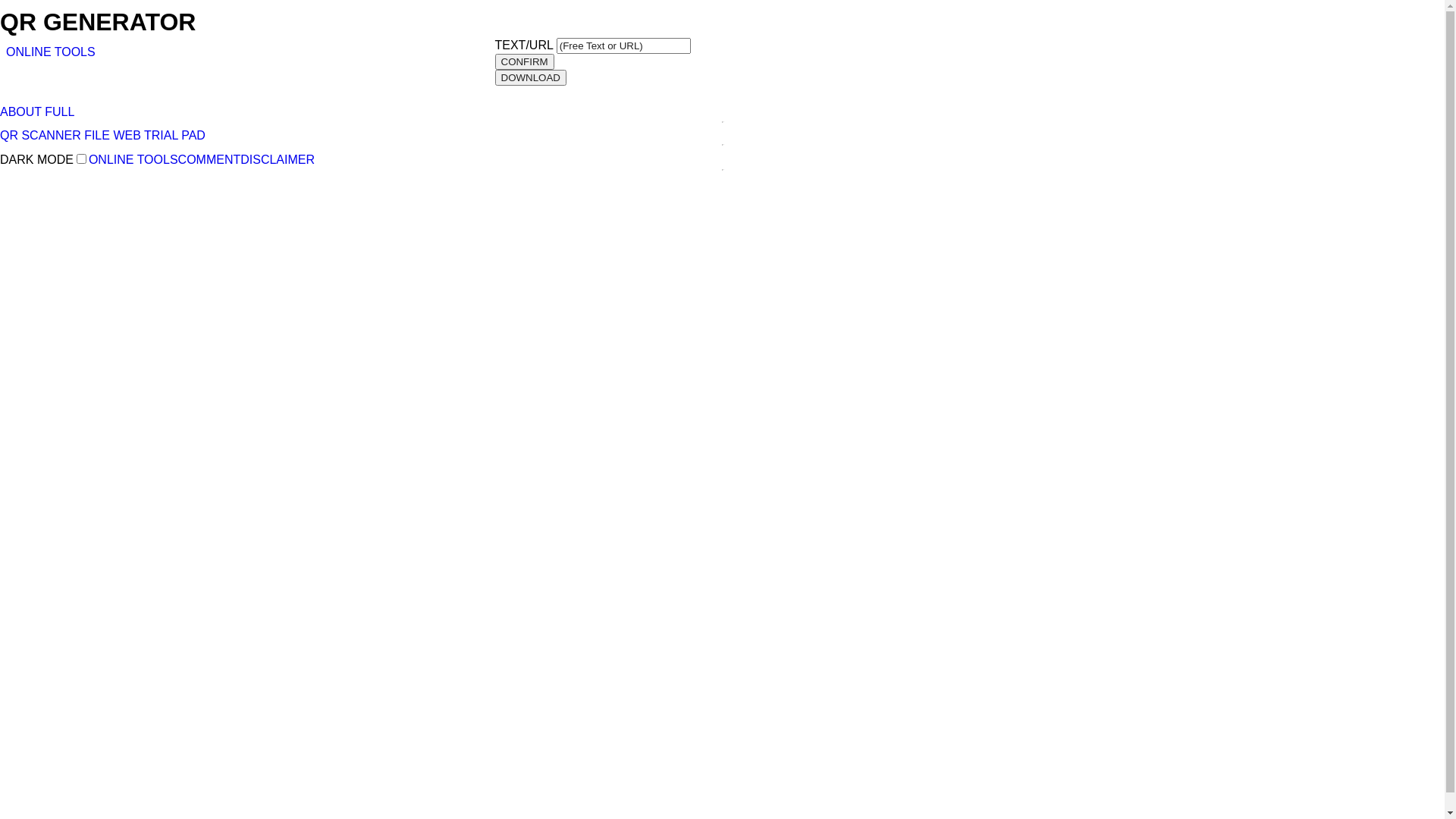 The image size is (1456, 819). Describe the element at coordinates (51, 51) in the screenshot. I see `'ONLINE TOOLS'` at that location.